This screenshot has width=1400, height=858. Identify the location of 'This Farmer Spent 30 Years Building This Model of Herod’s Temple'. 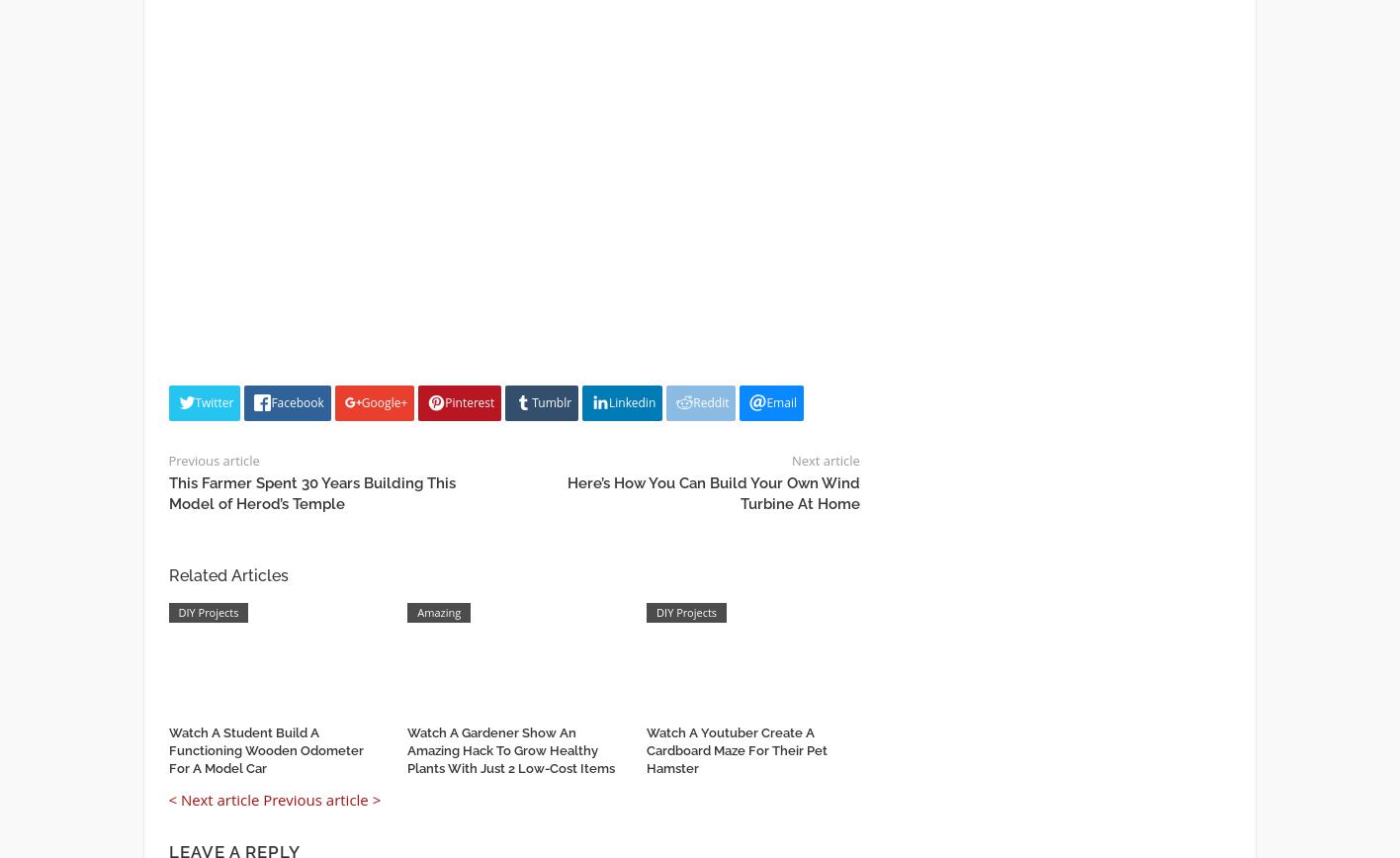
(310, 493).